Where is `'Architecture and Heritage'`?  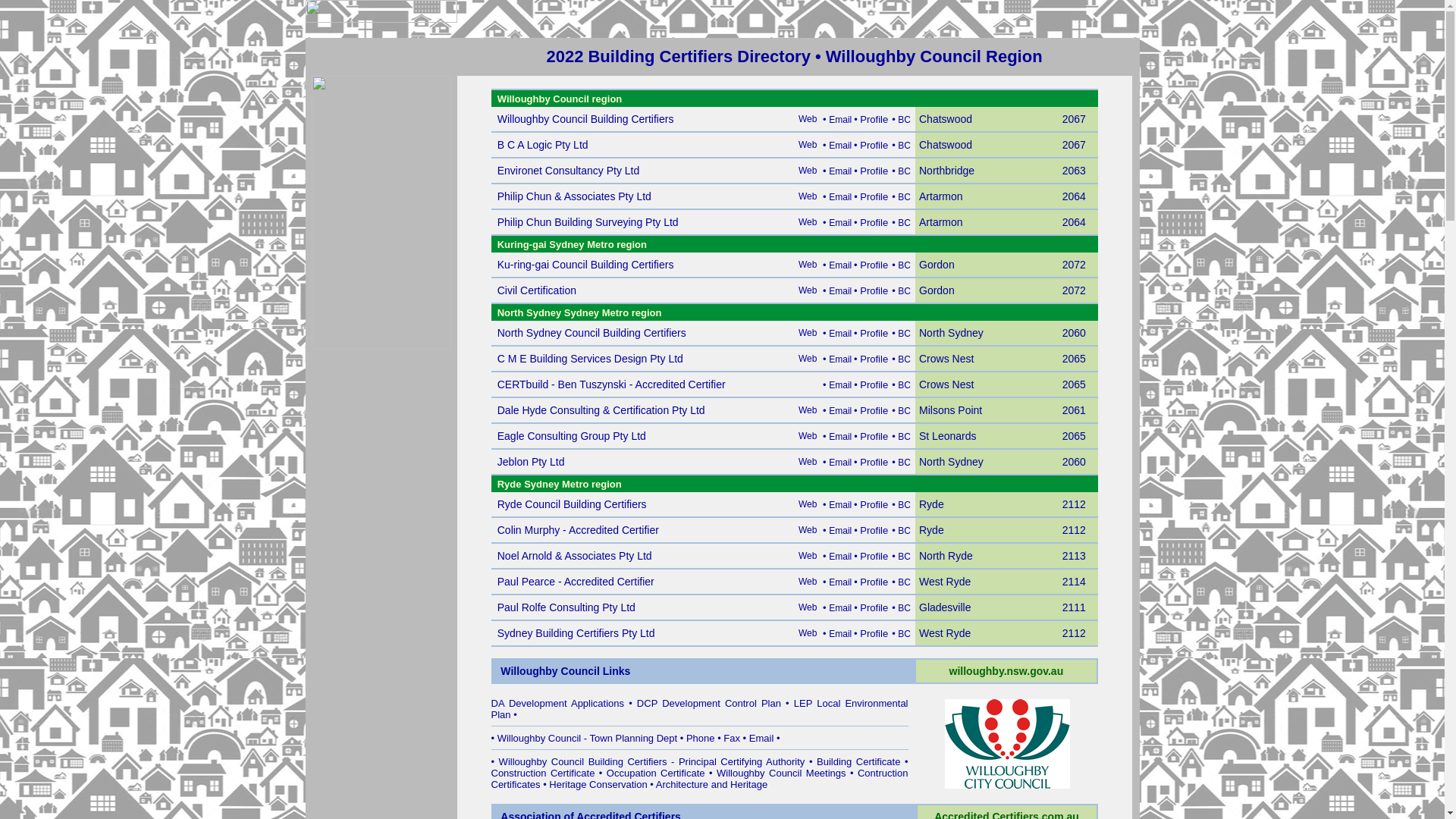
'Architecture and Heritage' is located at coordinates (711, 784).